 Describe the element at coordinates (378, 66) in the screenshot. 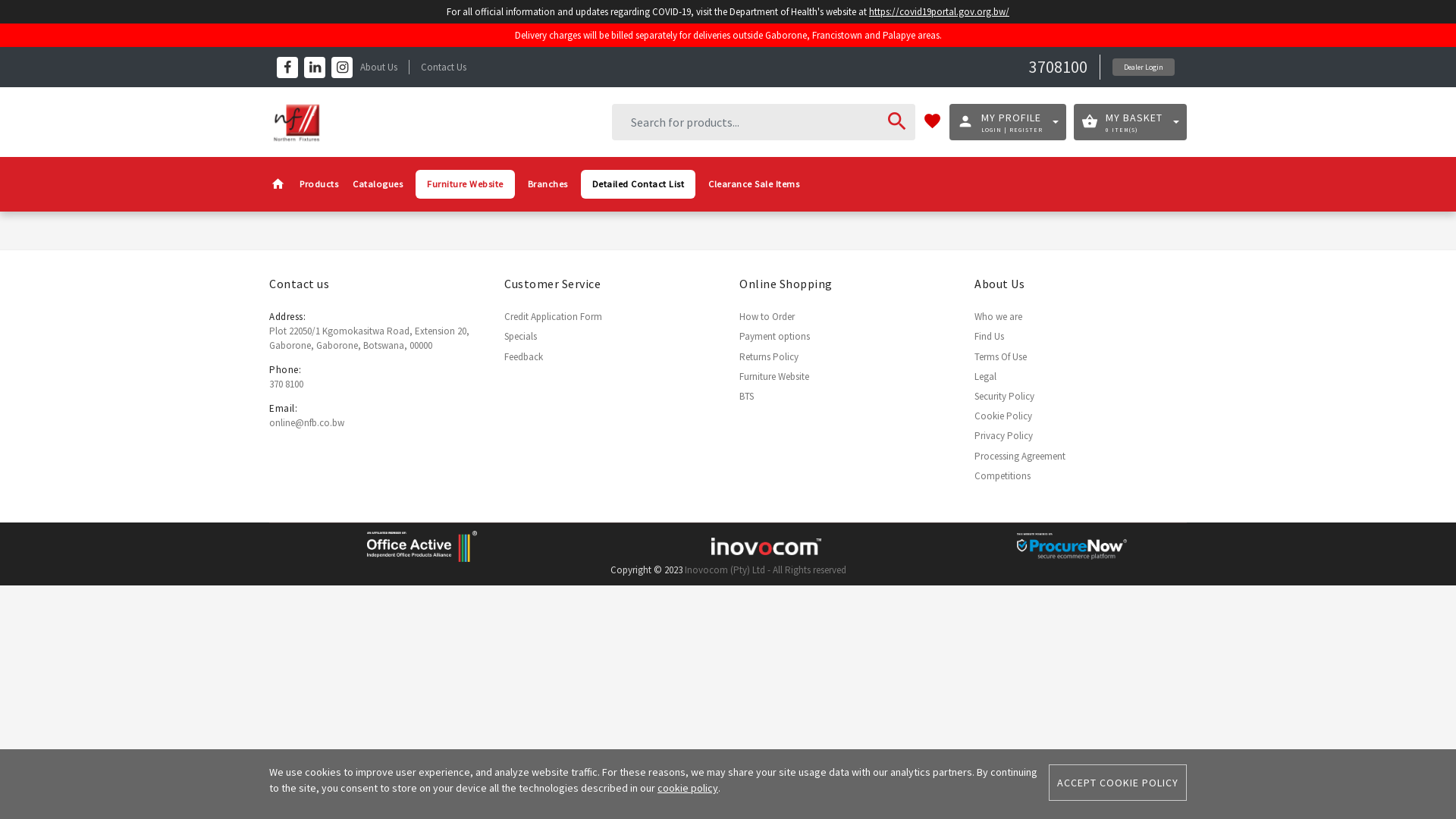

I see `'About Us'` at that location.